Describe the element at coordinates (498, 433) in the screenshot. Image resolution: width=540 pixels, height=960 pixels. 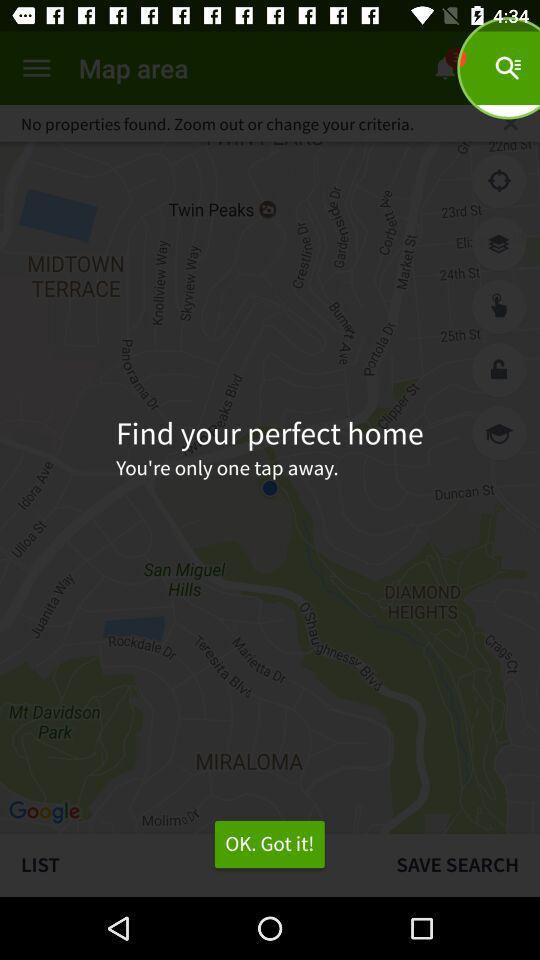
I see `item to the right of find your perfect` at that location.